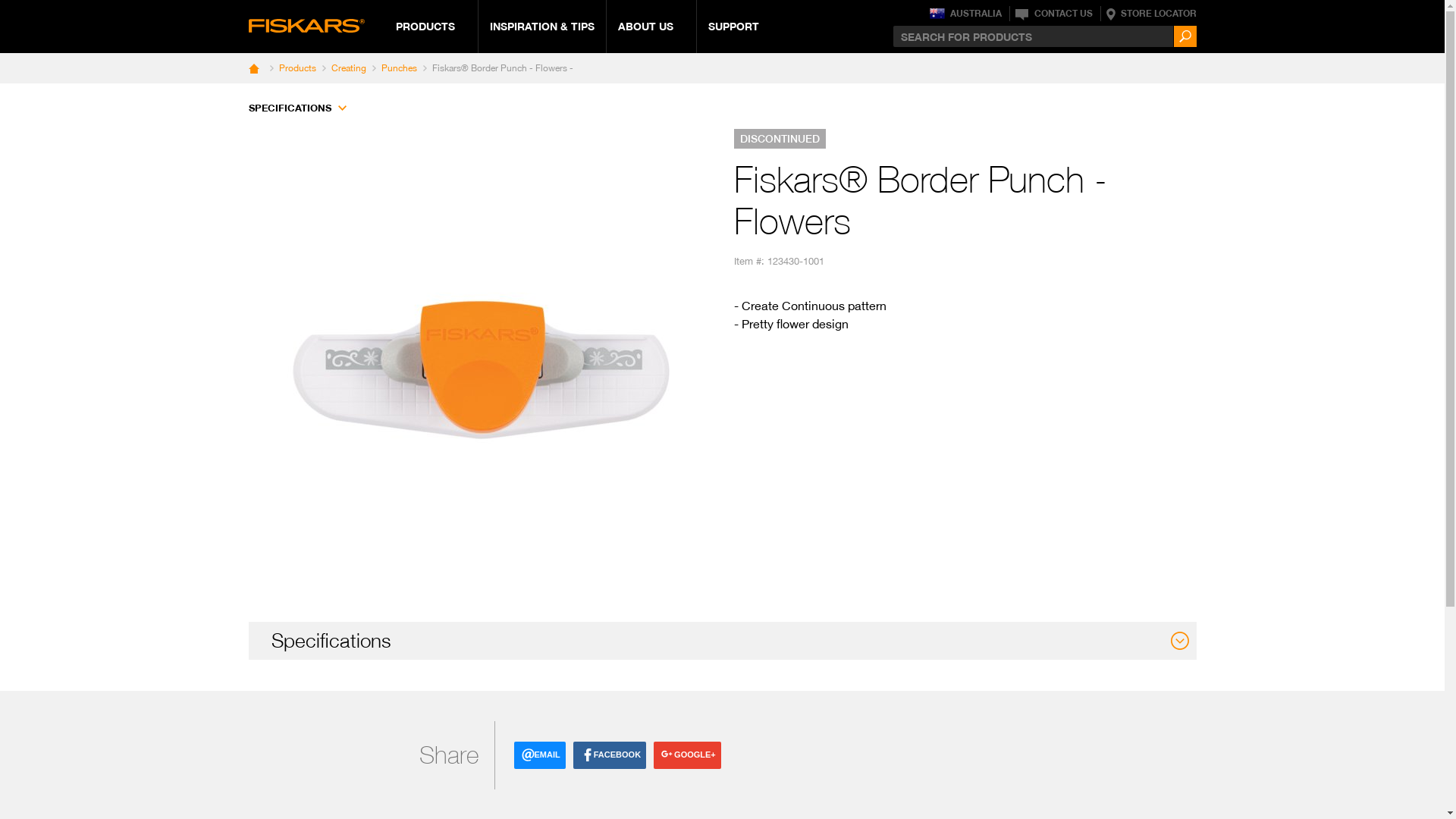 The height and width of the screenshot is (819, 1456). What do you see at coordinates (617, 26) in the screenshot?
I see `'ABOUT US'` at bounding box center [617, 26].